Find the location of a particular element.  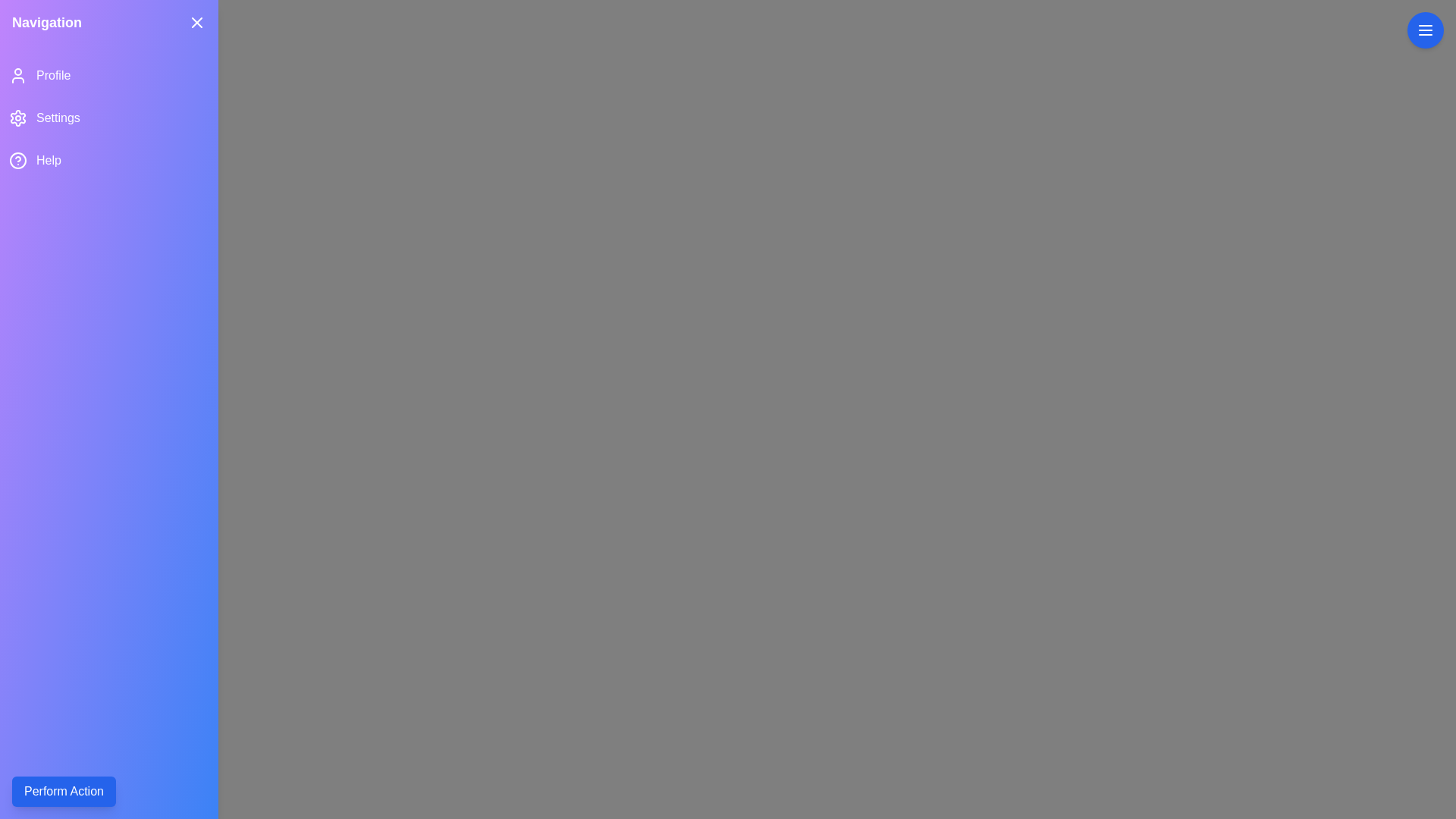

the 'Settings' label in the navigation menu is located at coordinates (58, 117).